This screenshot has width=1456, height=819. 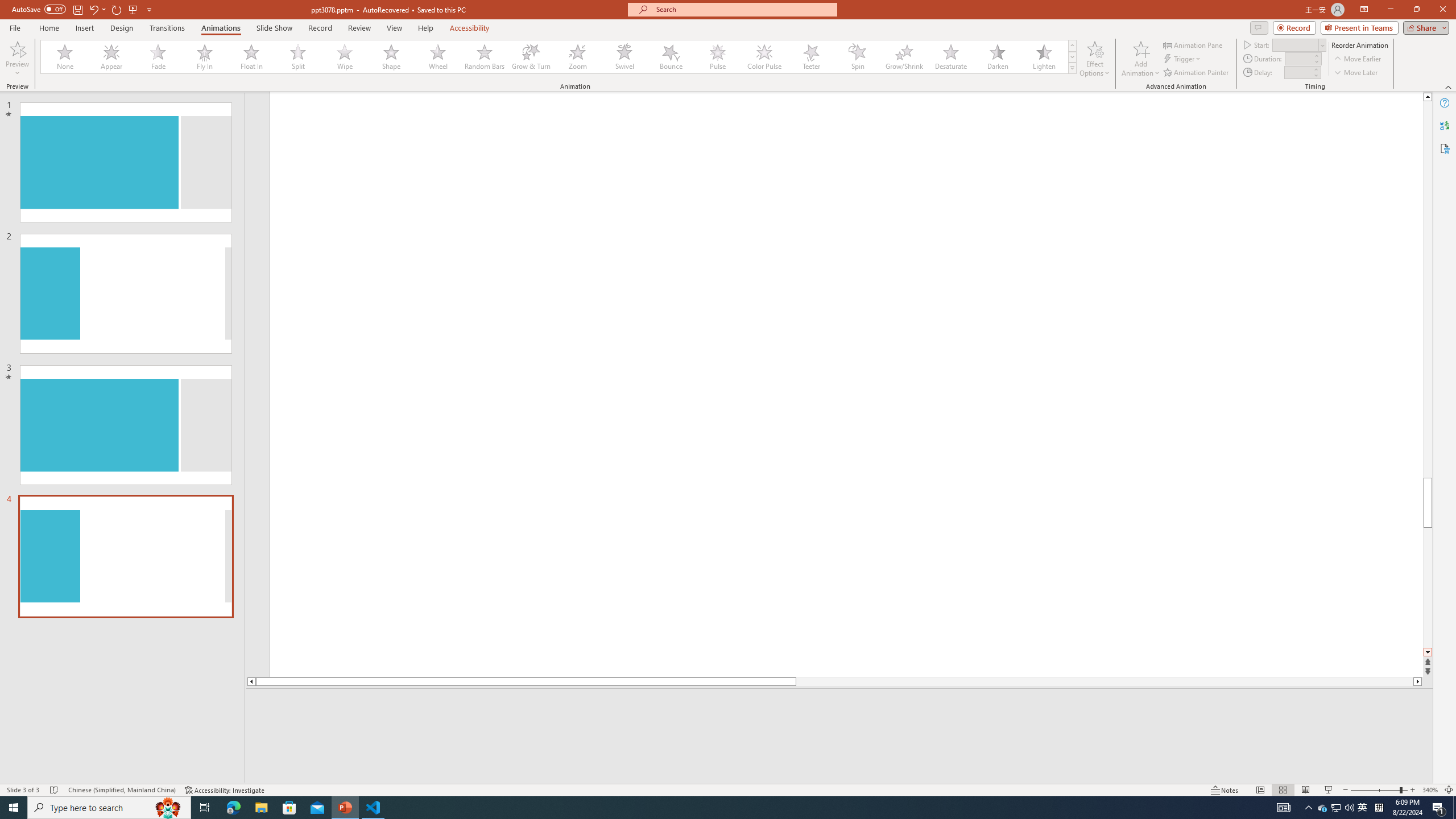 What do you see at coordinates (904, 56) in the screenshot?
I see `'Grow/Shrink'` at bounding box center [904, 56].